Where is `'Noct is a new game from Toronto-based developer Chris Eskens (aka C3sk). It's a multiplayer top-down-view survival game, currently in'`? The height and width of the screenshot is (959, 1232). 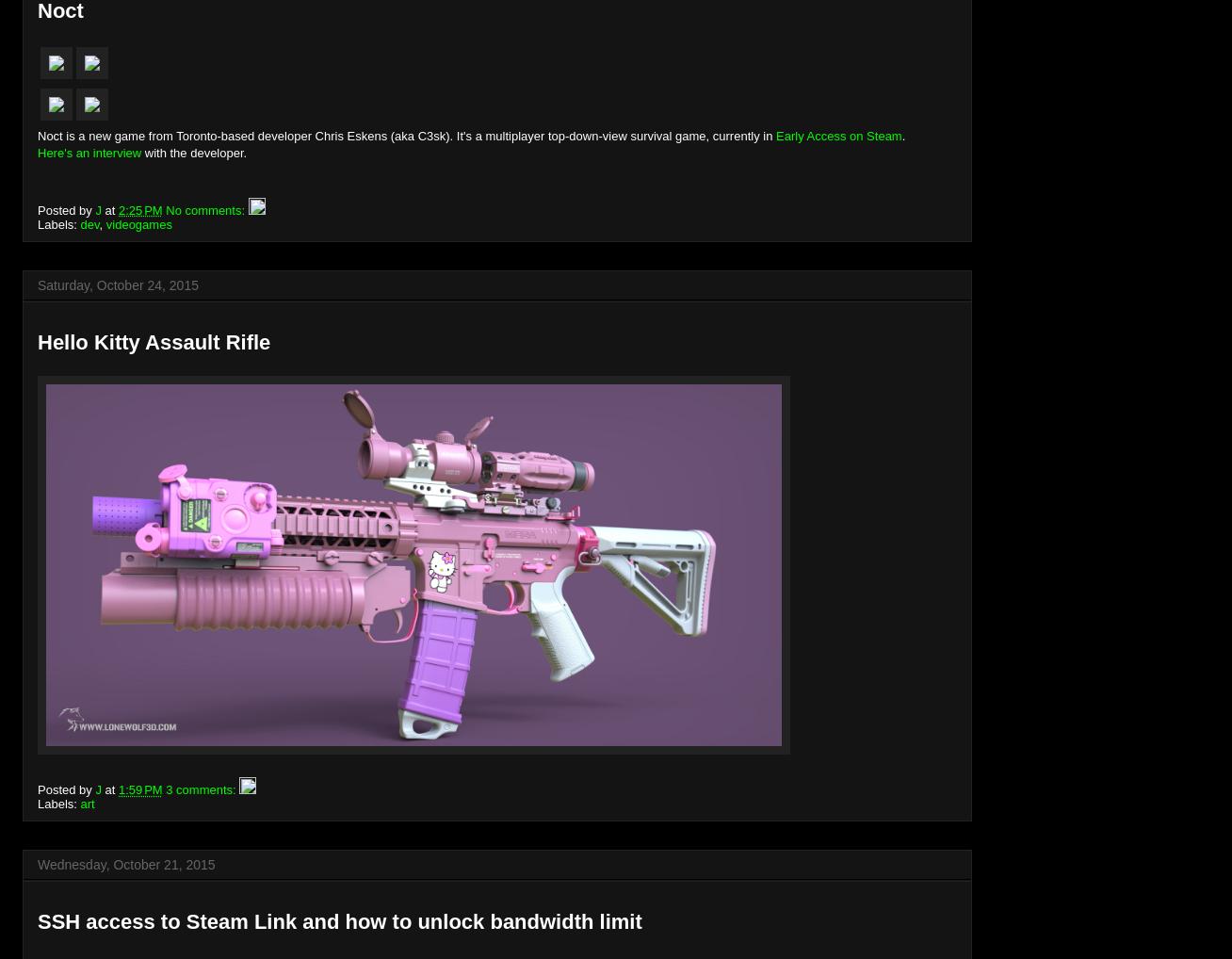
'Noct is a new game from Toronto-based developer Chris Eskens (aka C3sk). It's a multiplayer top-down-view survival game, currently in' is located at coordinates (406, 134).